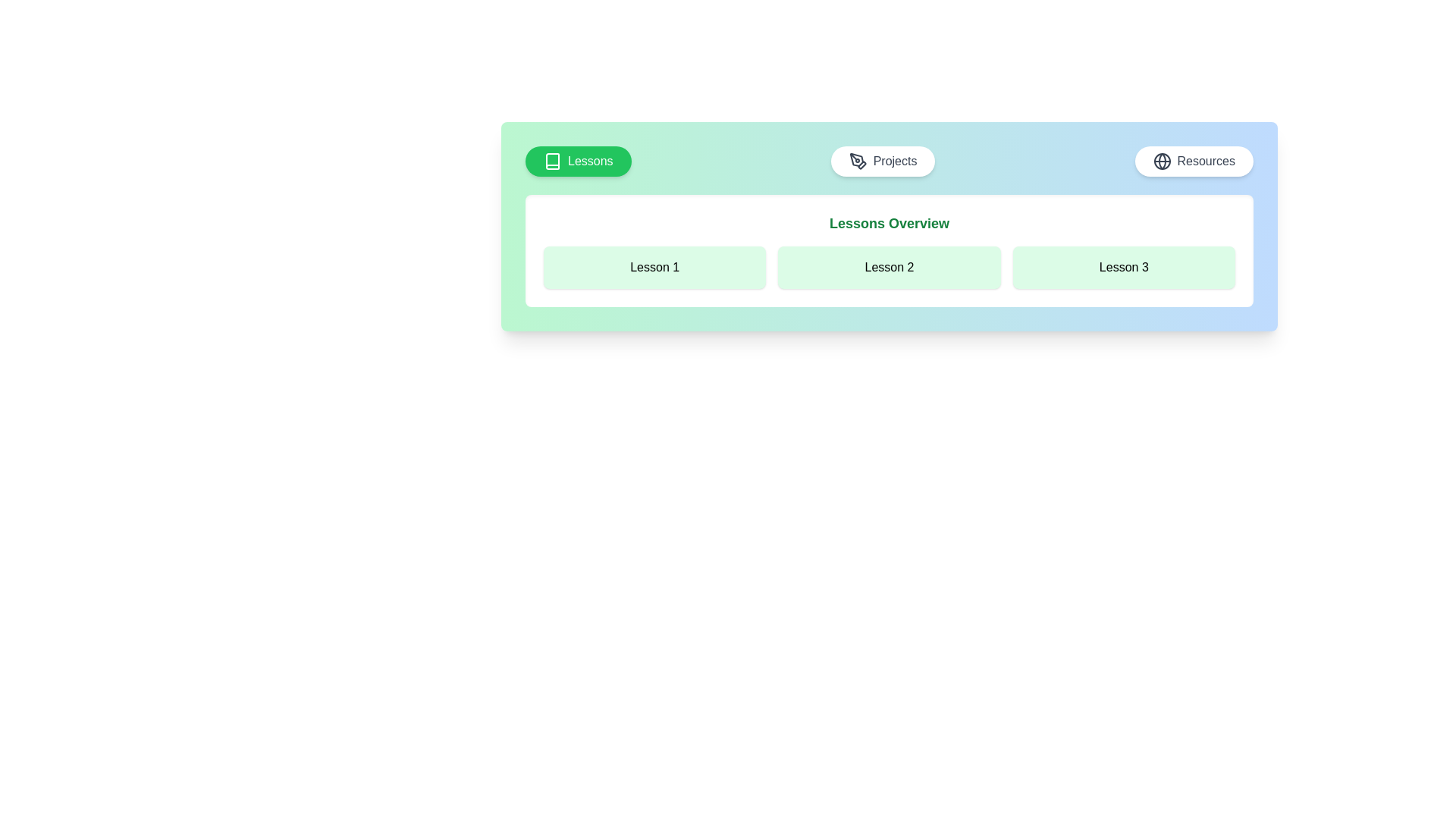 The width and height of the screenshot is (1456, 819). What do you see at coordinates (1161, 161) in the screenshot?
I see `the central circle of the globe icon within the SVG graphic to trigger its interactive functionality` at bounding box center [1161, 161].